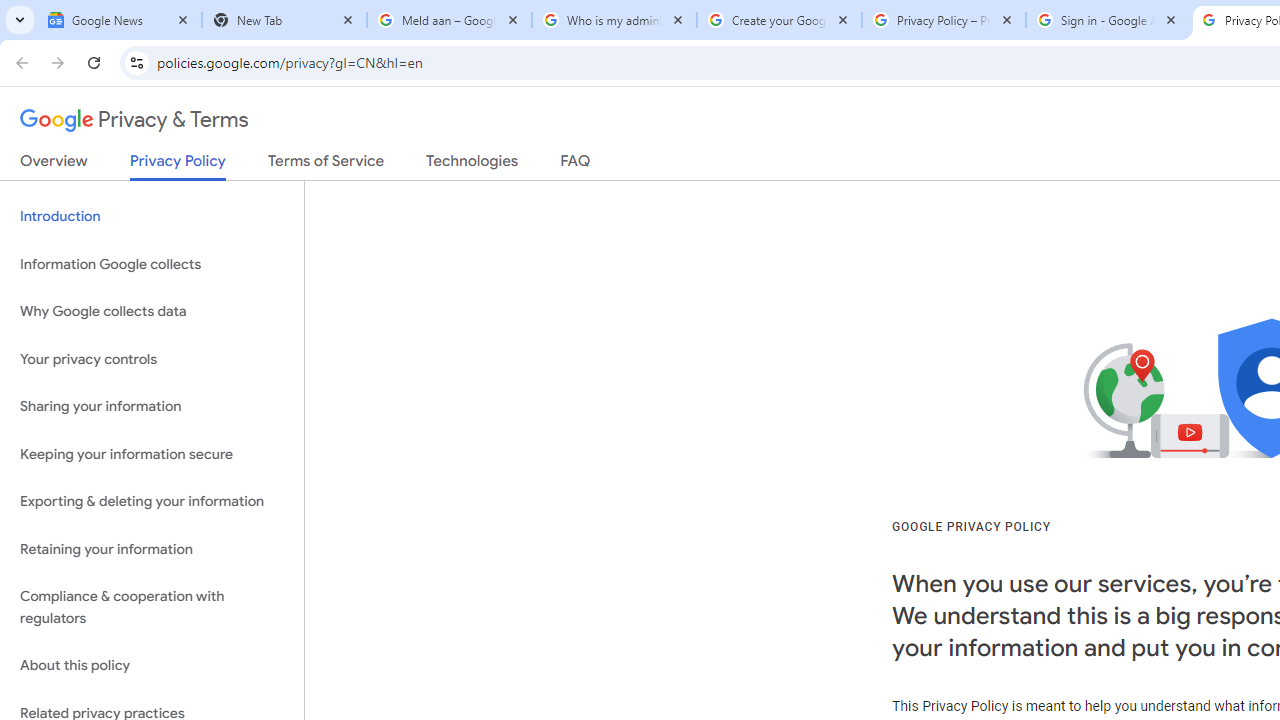 Image resolution: width=1280 pixels, height=720 pixels. What do you see at coordinates (151, 358) in the screenshot?
I see `'Your privacy controls'` at bounding box center [151, 358].